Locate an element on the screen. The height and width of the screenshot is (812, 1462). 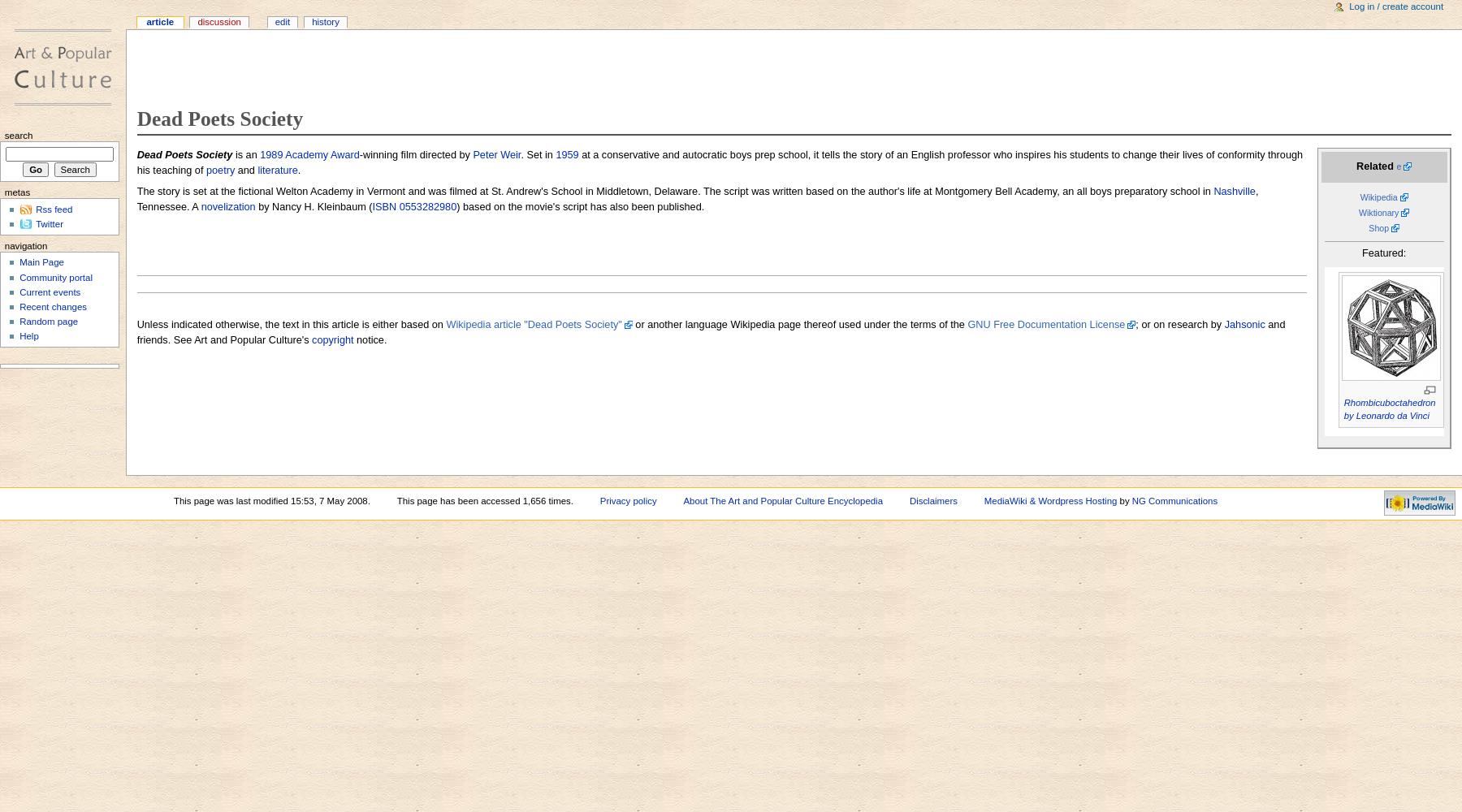
'in' is located at coordinates (588, 190).